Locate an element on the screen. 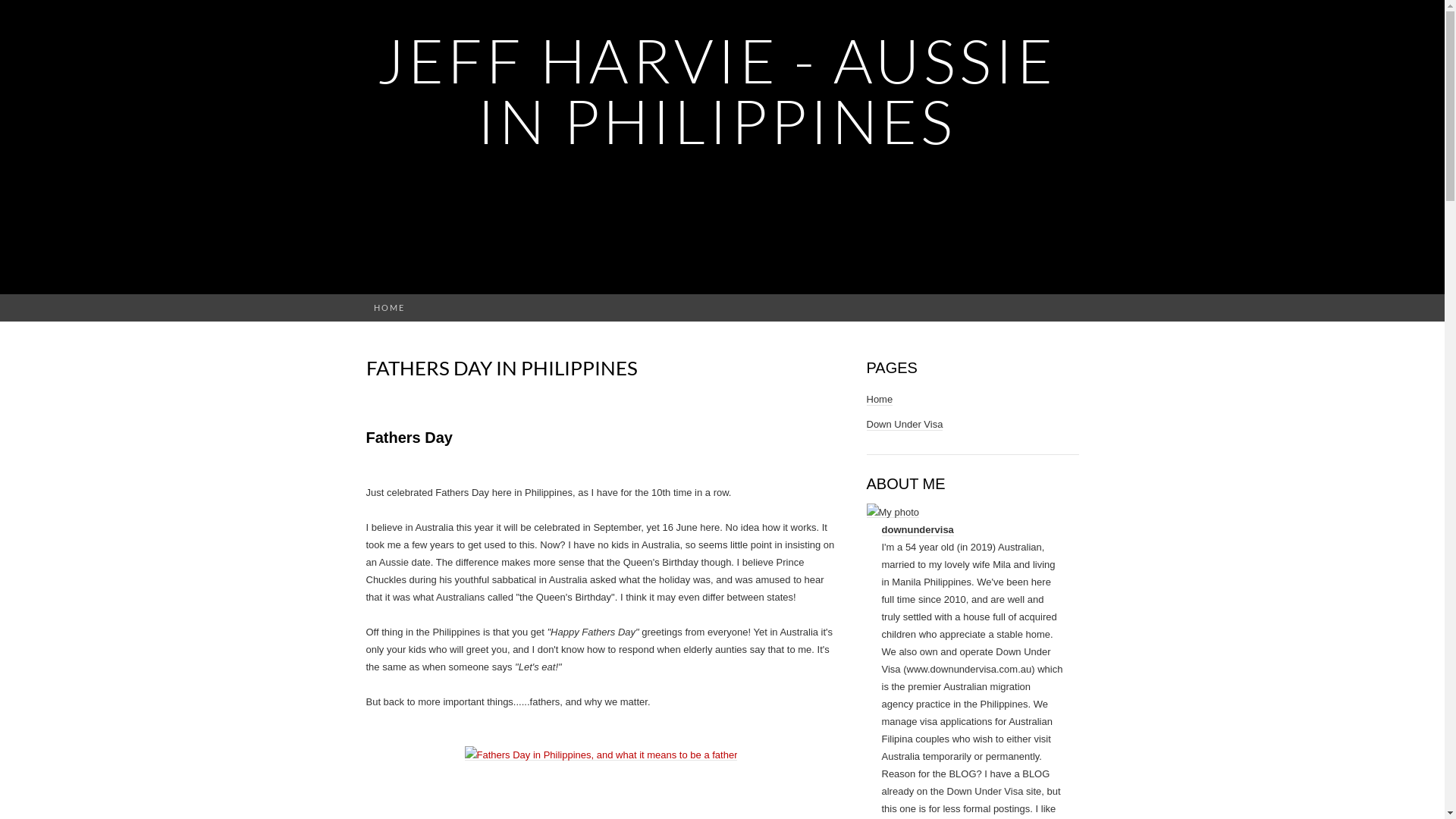 The width and height of the screenshot is (1456, 819). 'Down Under Visa' is located at coordinates (866, 424).